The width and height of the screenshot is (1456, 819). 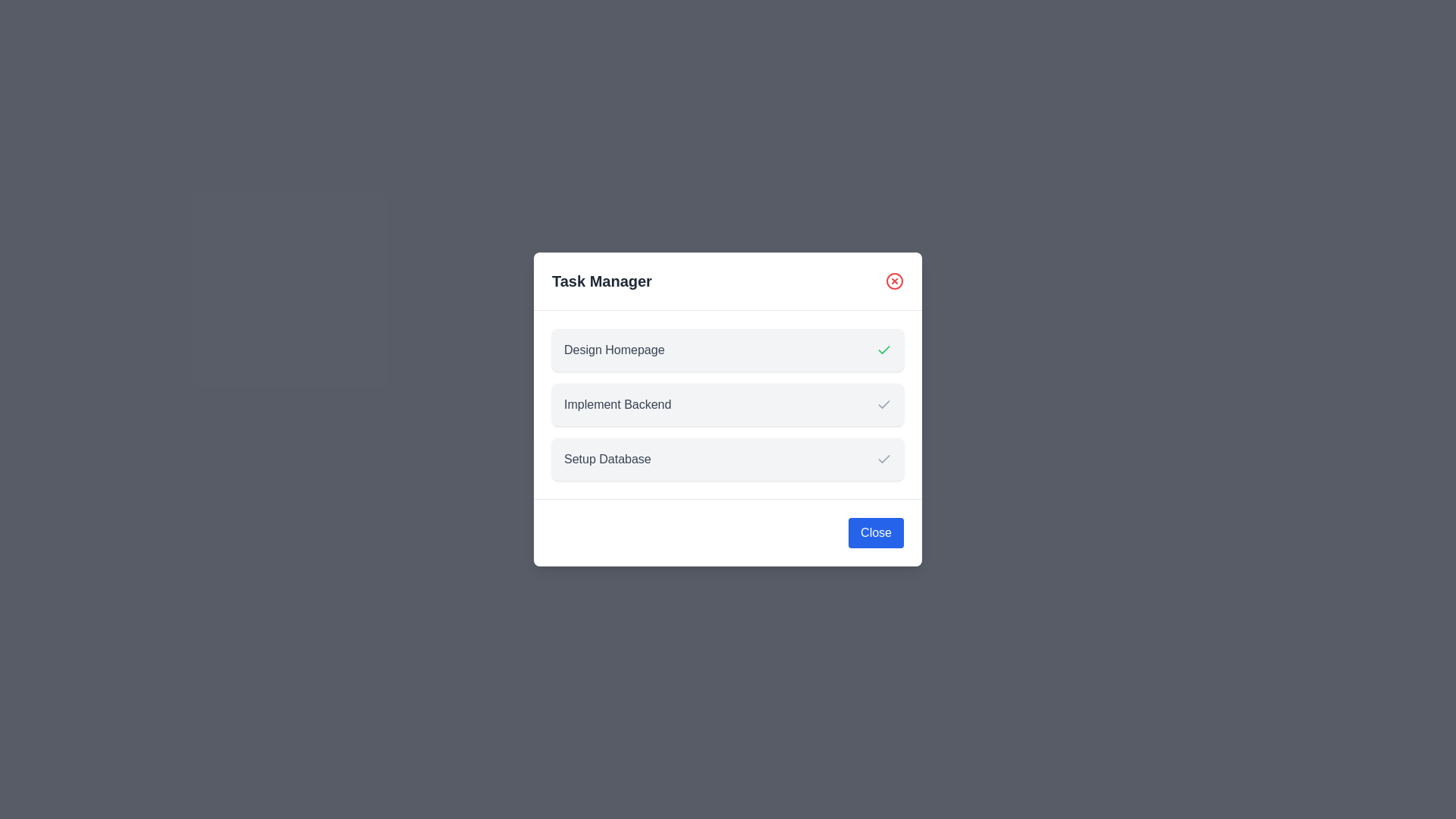 I want to click on the task item corresponding to Design Homepage to inspect its details, so click(x=728, y=350).